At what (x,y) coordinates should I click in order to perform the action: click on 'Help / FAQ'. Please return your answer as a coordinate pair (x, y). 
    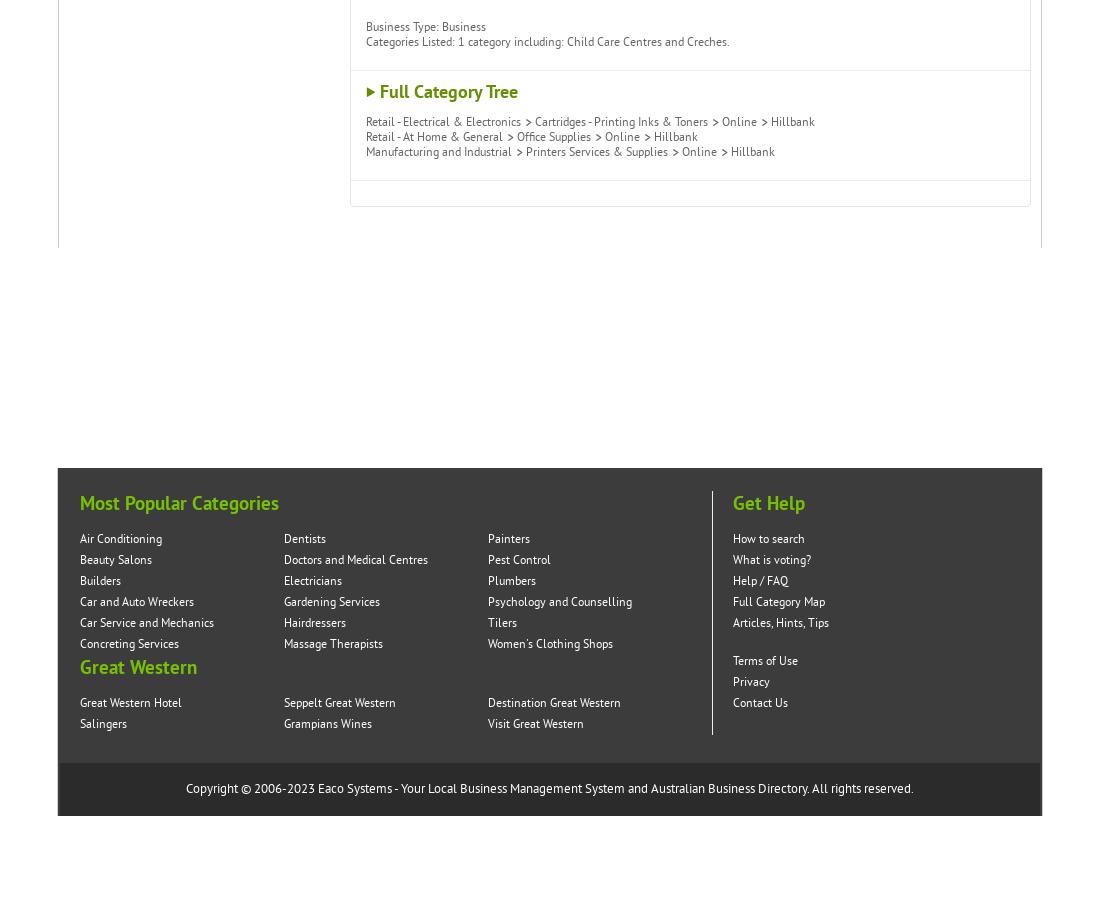
    Looking at the image, I should click on (760, 580).